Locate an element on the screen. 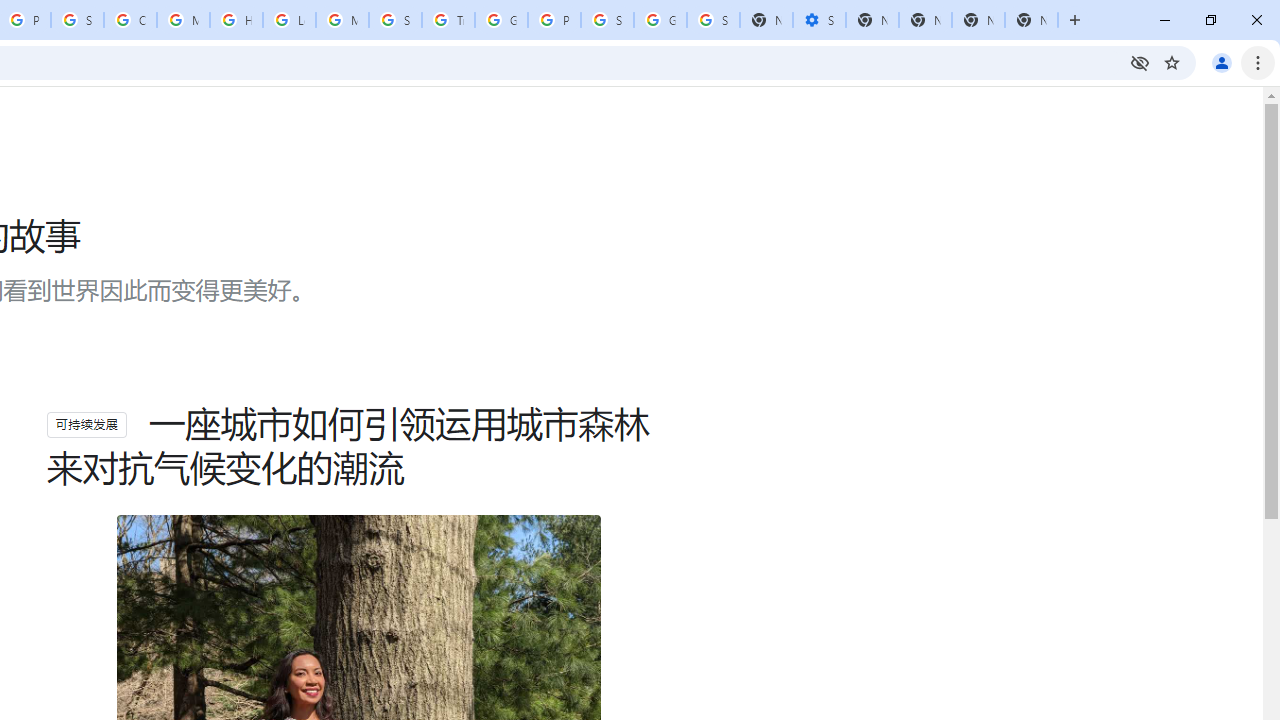  'New Tab' is located at coordinates (1031, 20).